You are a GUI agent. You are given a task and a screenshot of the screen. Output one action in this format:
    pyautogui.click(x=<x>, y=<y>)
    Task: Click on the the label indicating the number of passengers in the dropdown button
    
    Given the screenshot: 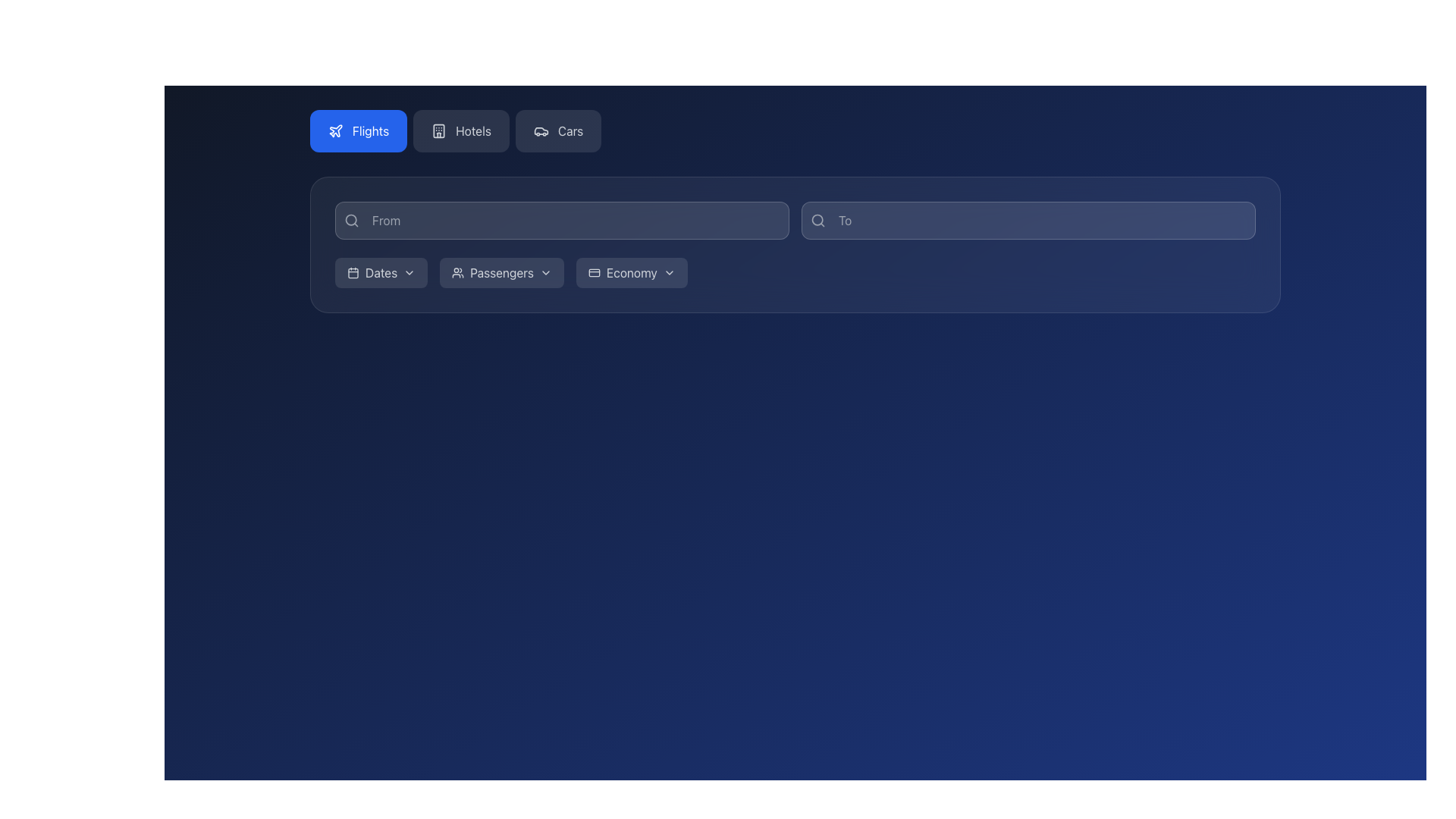 What is the action you would take?
    pyautogui.click(x=502, y=271)
    